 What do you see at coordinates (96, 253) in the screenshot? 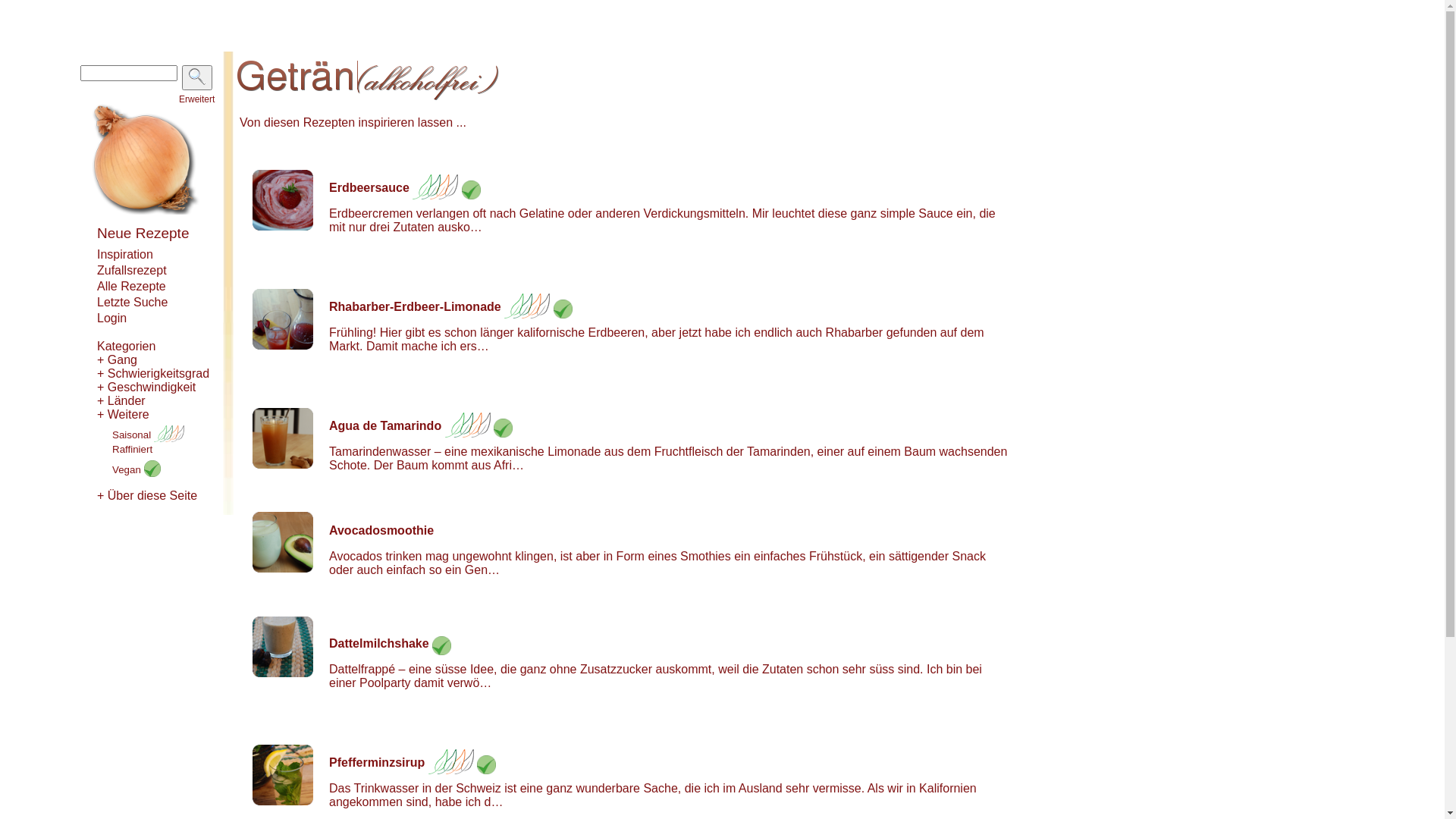
I see `'Inspiration'` at bounding box center [96, 253].